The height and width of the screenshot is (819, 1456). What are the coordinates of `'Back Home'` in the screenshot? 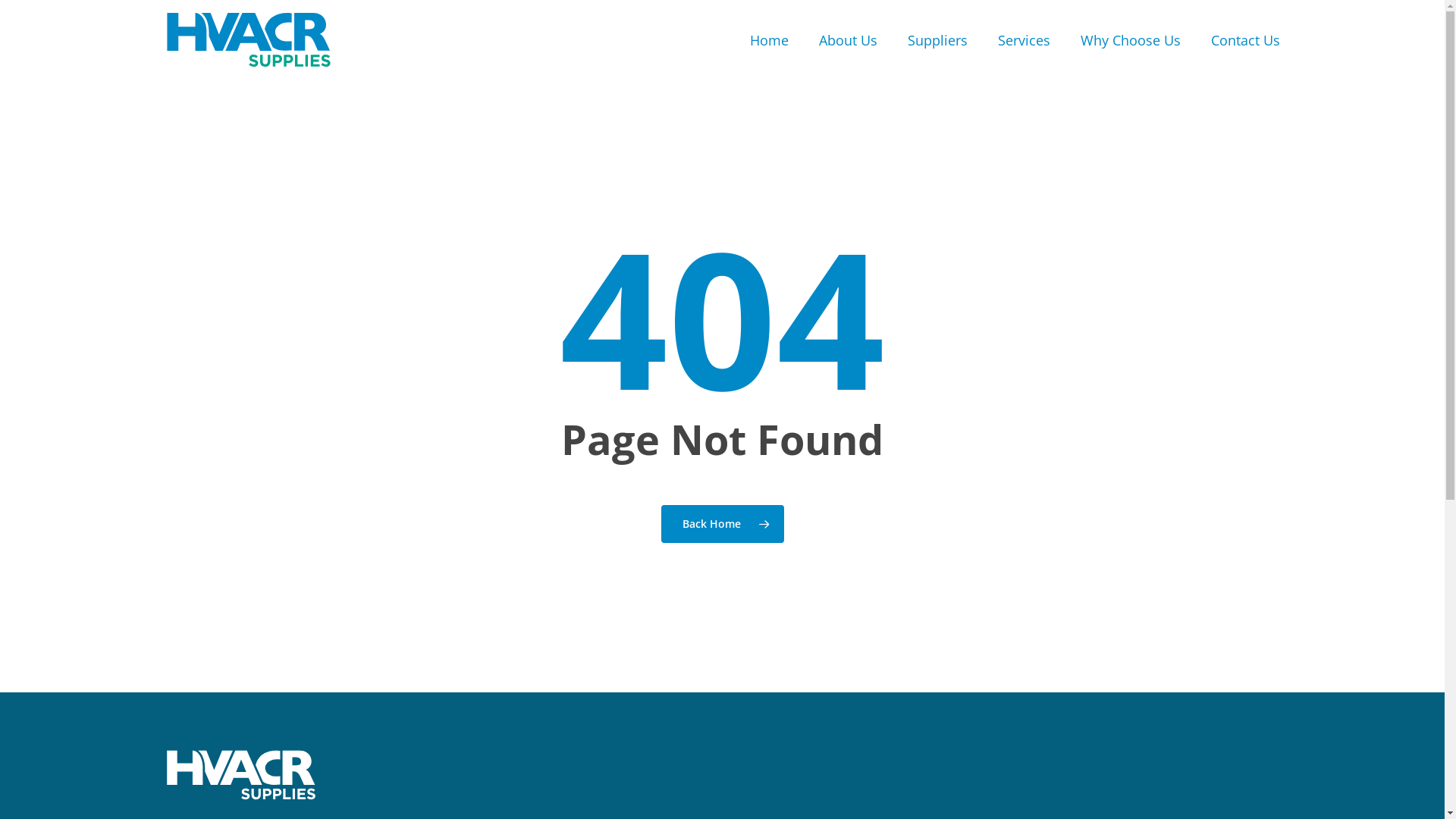 It's located at (722, 522).